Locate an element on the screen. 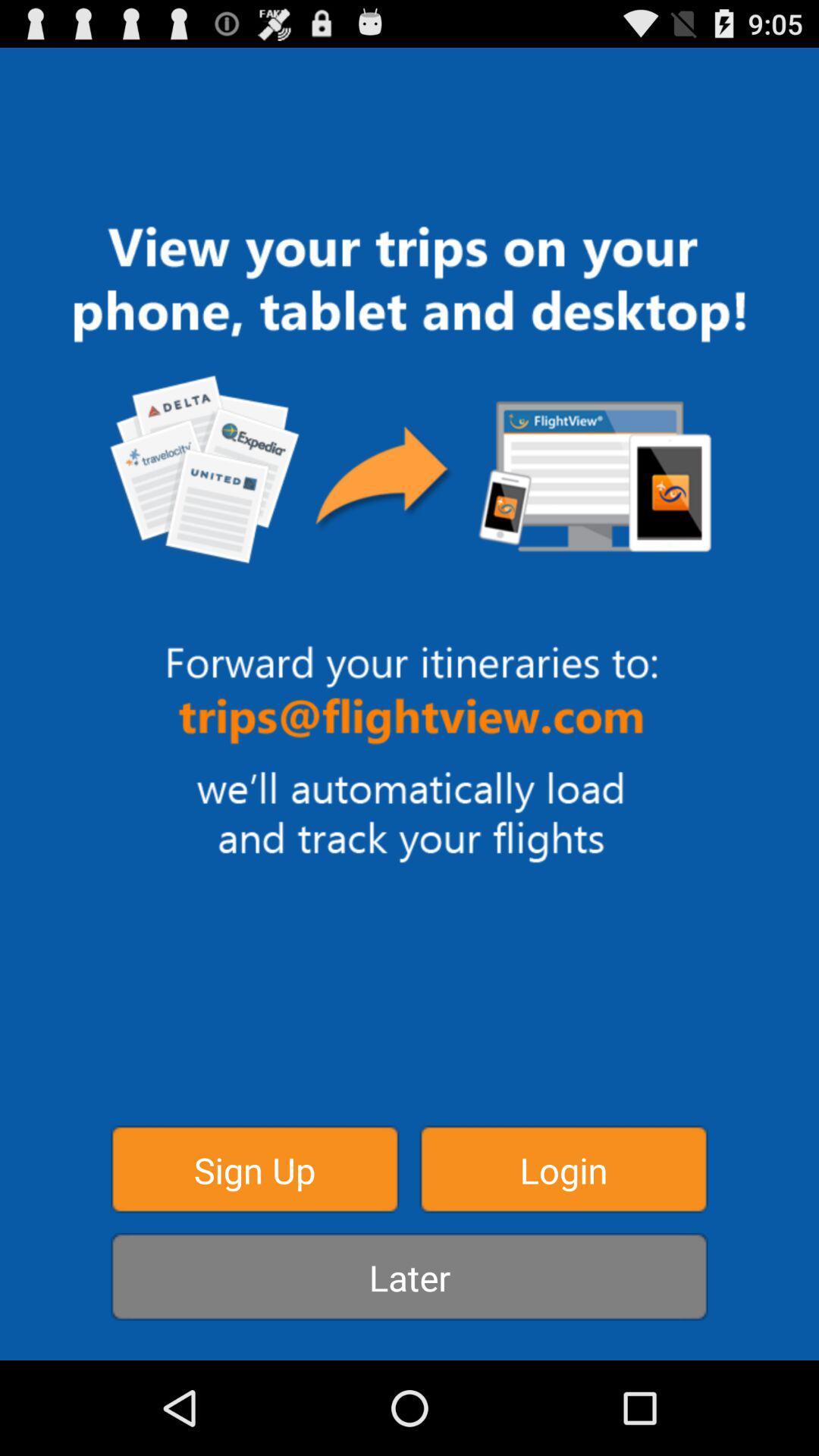  later icon is located at coordinates (409, 1276).